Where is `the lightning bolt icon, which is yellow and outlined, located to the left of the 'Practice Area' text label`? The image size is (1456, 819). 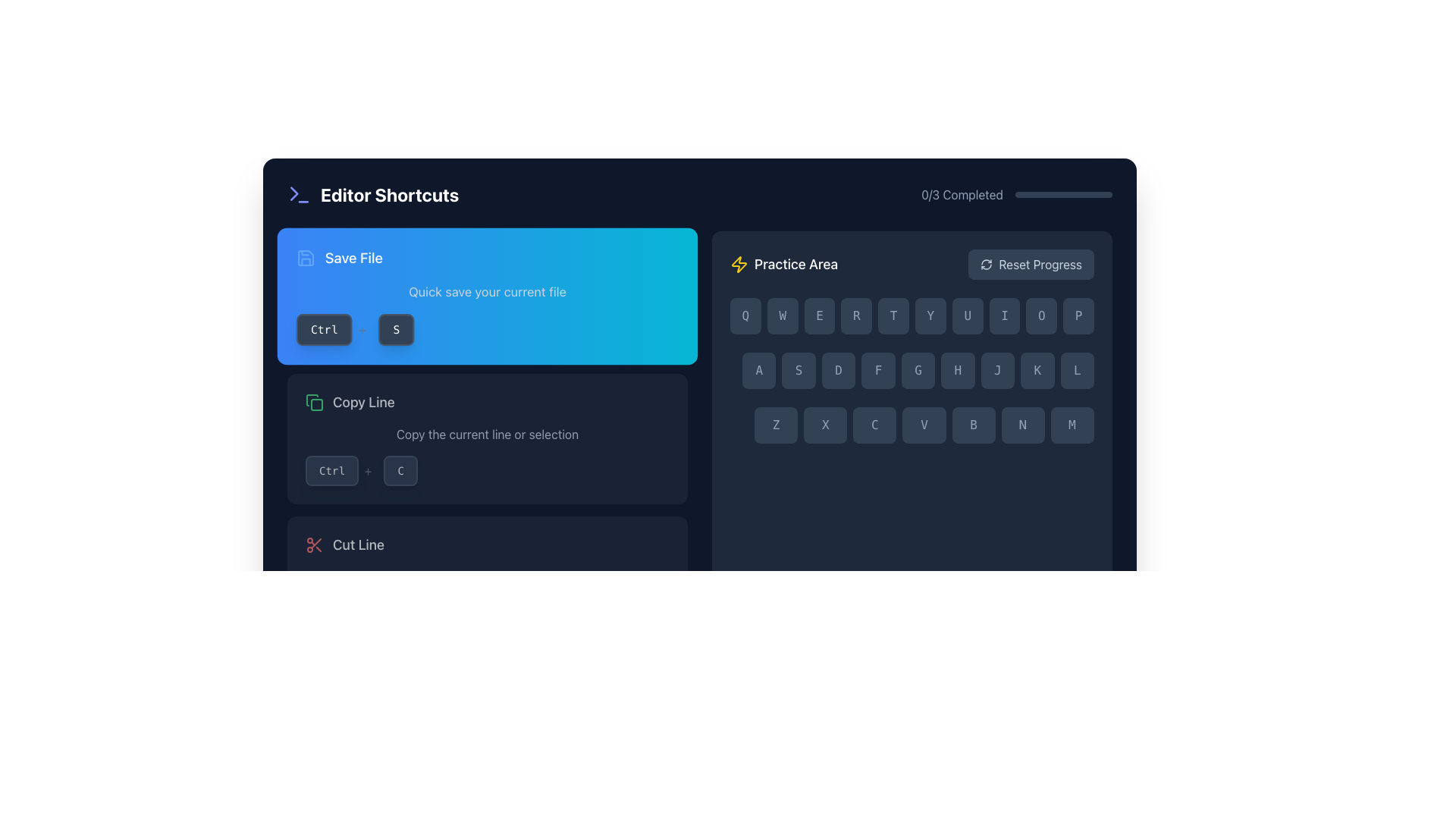
the lightning bolt icon, which is yellow and outlined, located to the left of the 'Practice Area' text label is located at coordinates (739, 263).